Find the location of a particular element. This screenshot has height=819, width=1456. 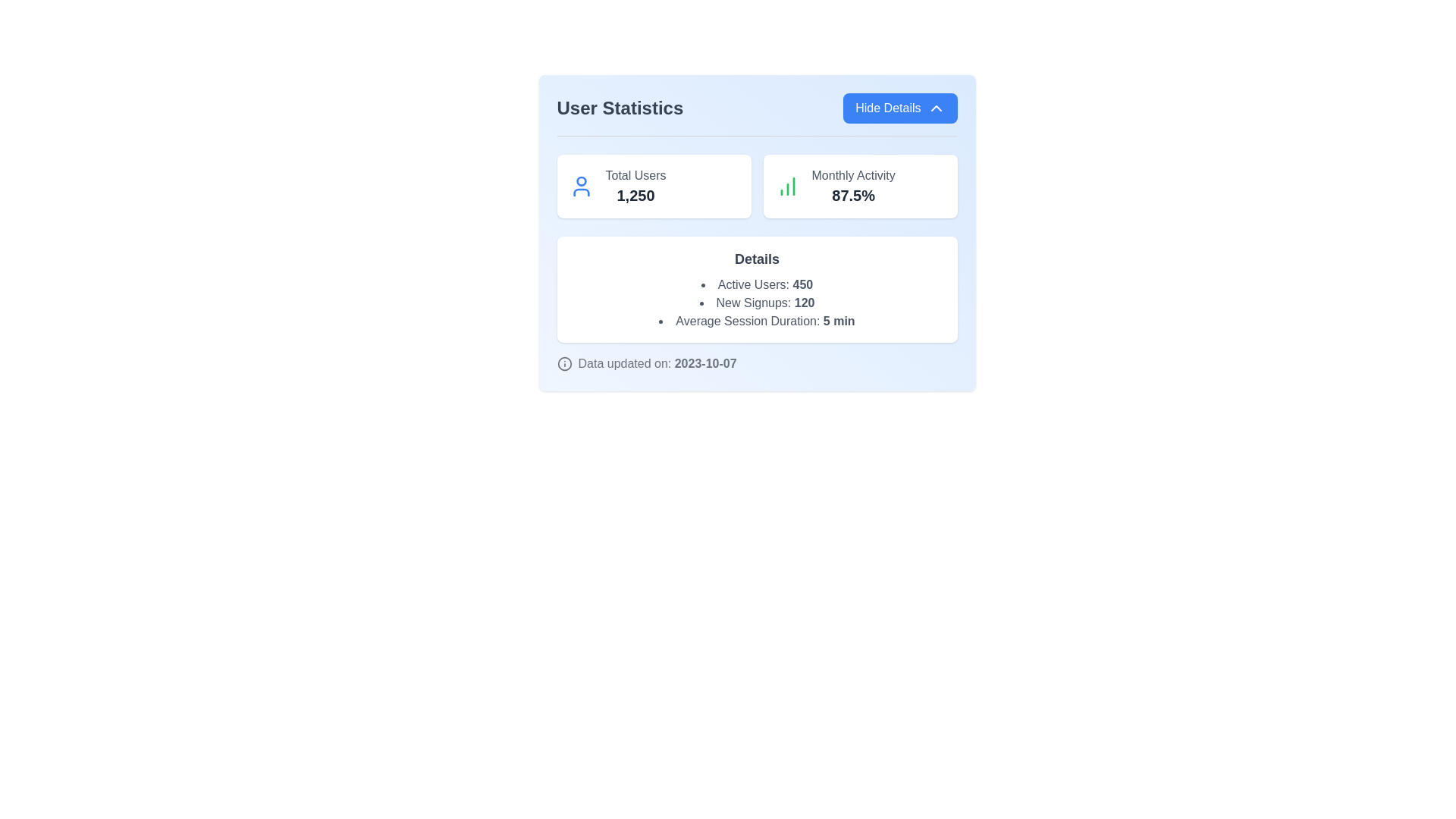

the average duration of user sessions text display located in the 'Details' section of the 'User Statistics' card, which is the third item in the bulleted list under the 'Details' heading is located at coordinates (757, 321).